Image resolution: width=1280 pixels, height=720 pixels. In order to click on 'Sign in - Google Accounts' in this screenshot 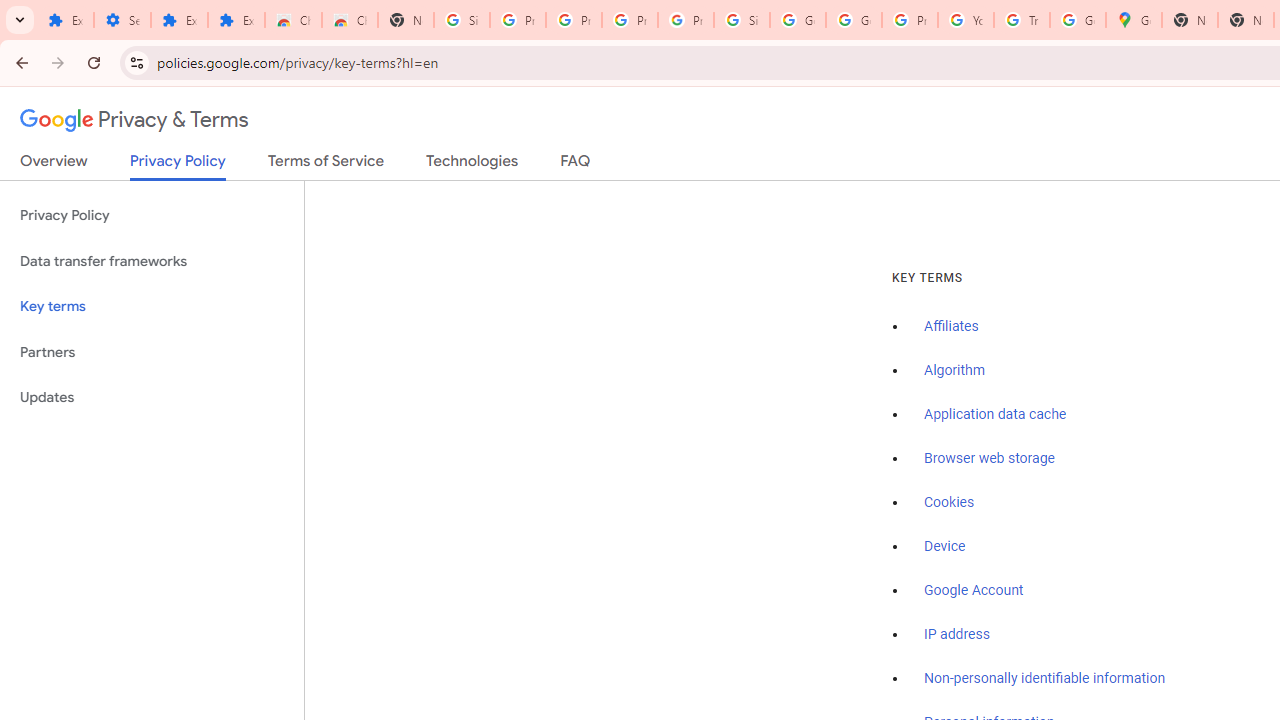, I will do `click(461, 20)`.